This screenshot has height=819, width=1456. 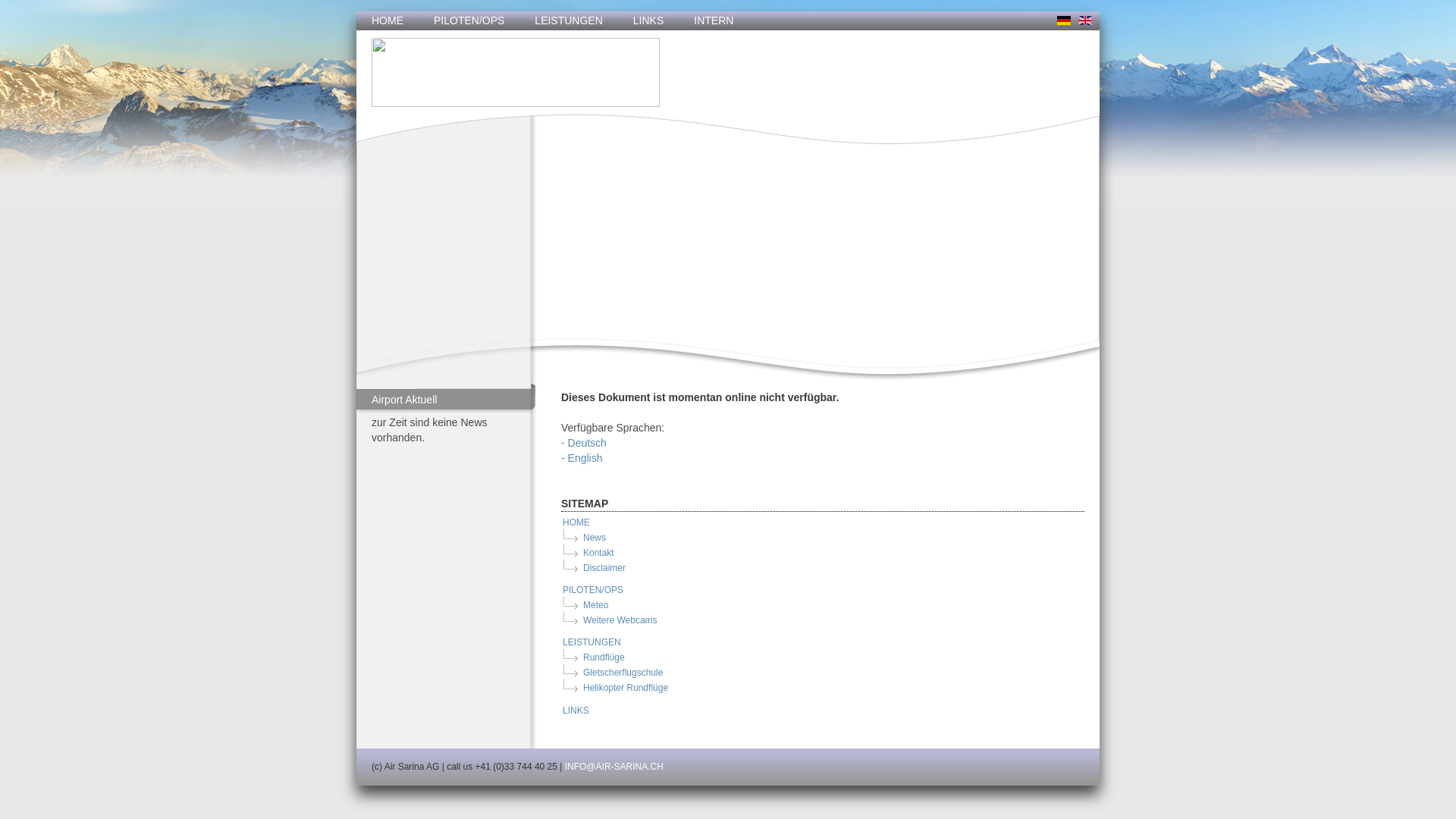 I want to click on 'News', so click(x=592, y=537).